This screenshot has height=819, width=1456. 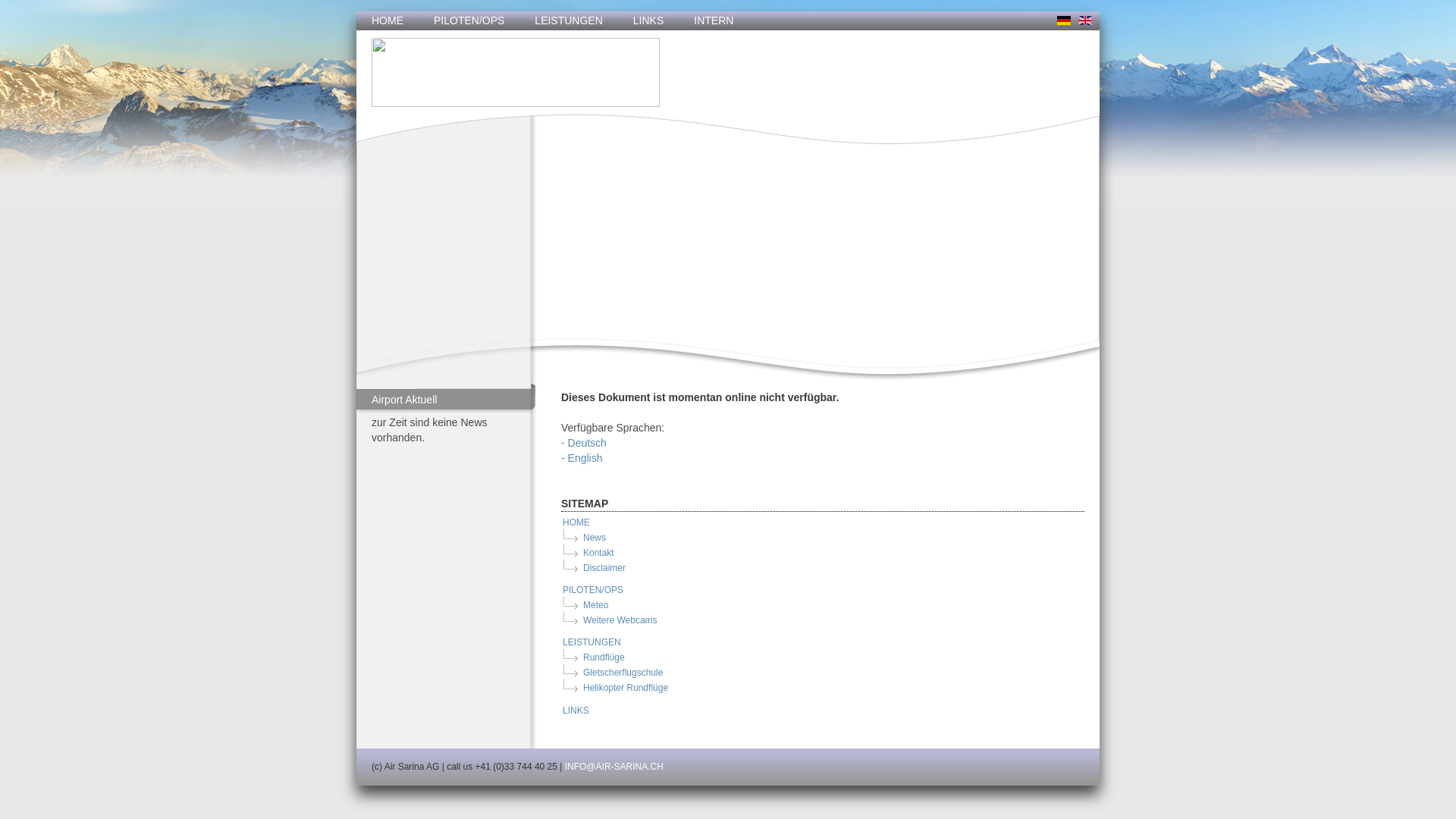 I want to click on 'News', so click(x=592, y=537).